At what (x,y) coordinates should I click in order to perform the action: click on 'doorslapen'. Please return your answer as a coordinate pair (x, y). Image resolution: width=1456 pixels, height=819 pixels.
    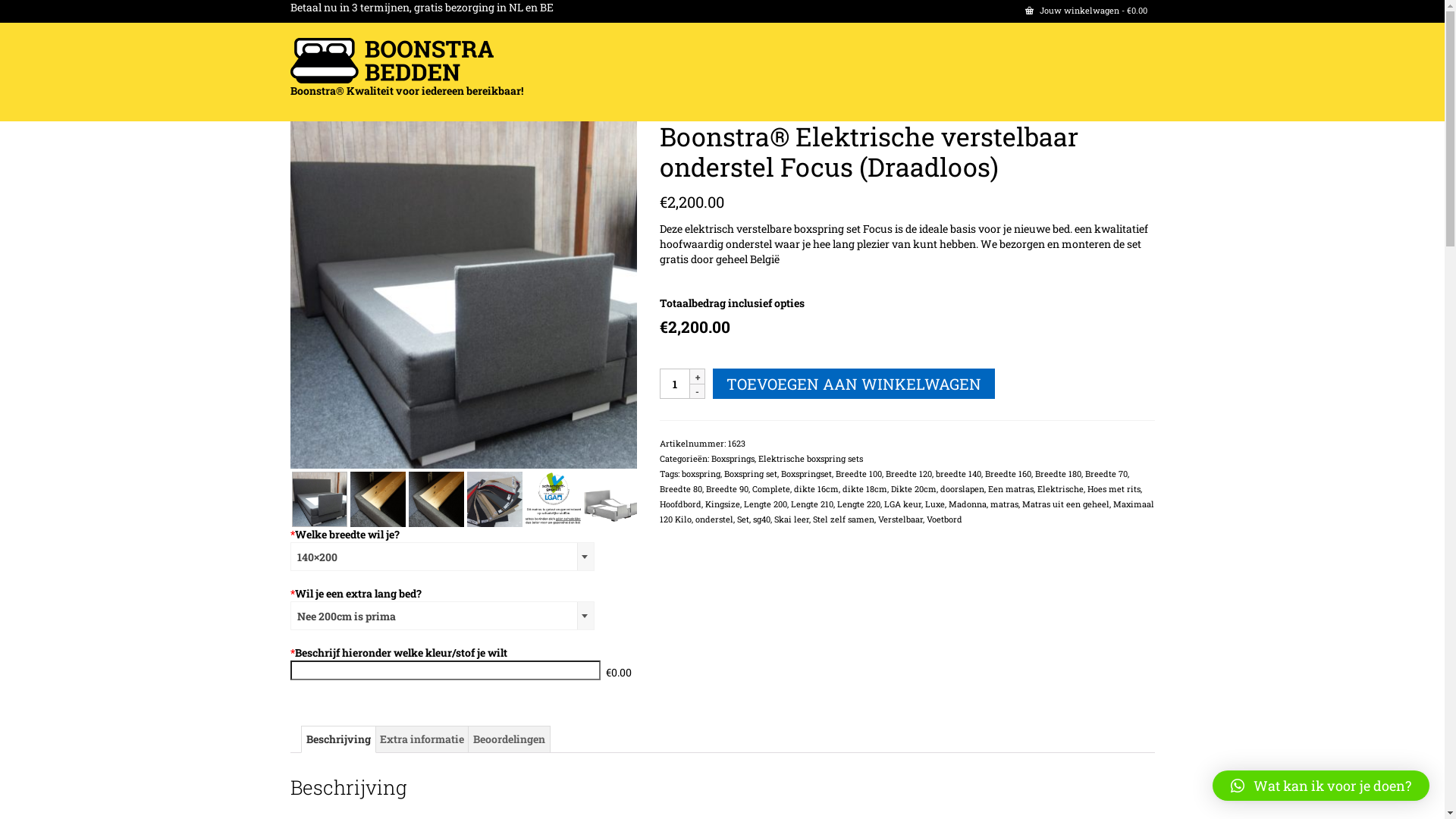
    Looking at the image, I should click on (961, 488).